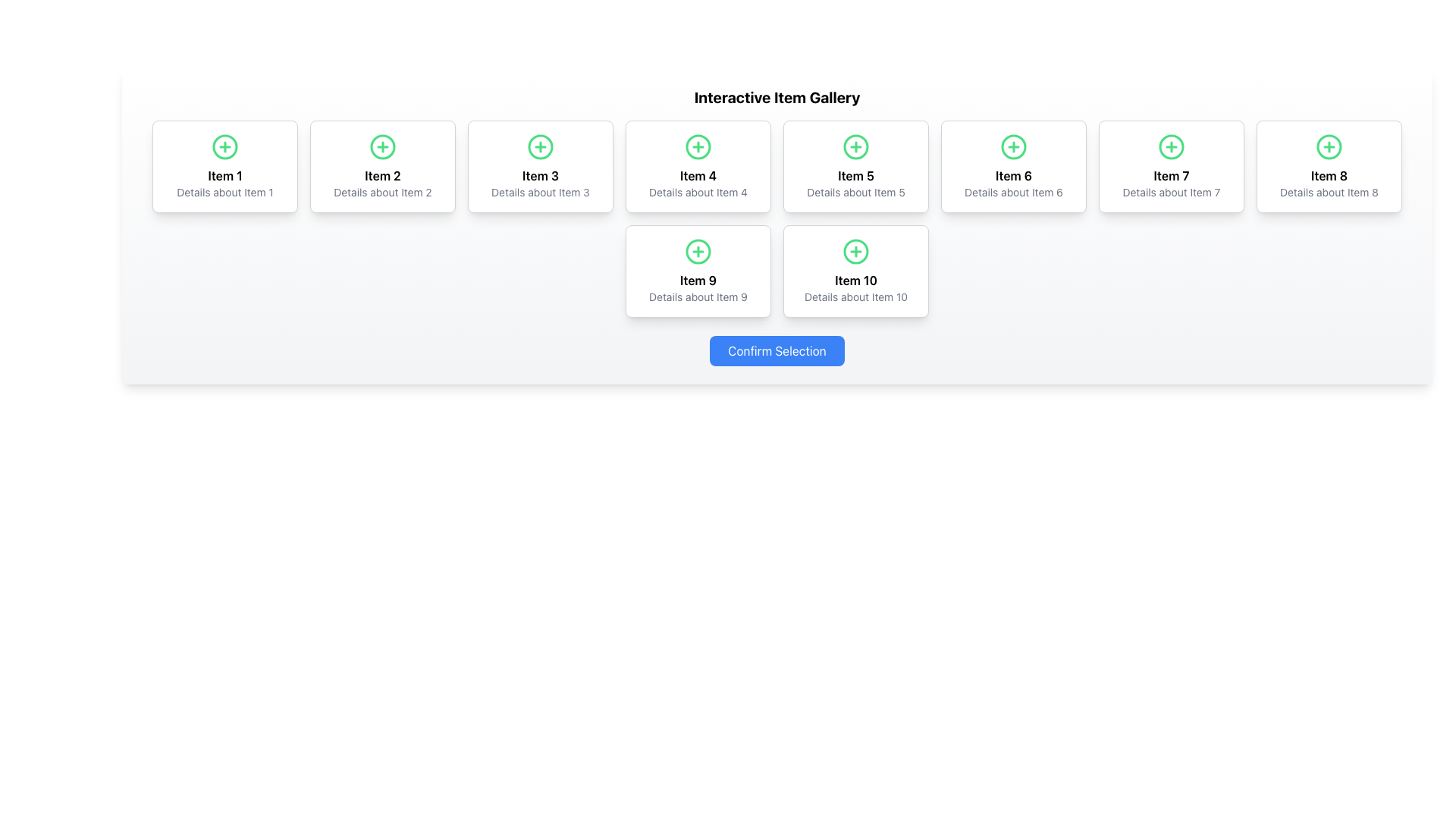 This screenshot has width=1456, height=819. Describe the element at coordinates (698, 297) in the screenshot. I see `the text label displaying 'Details about Item 9', located beneath the 'Item 9' title in the card layout` at that location.